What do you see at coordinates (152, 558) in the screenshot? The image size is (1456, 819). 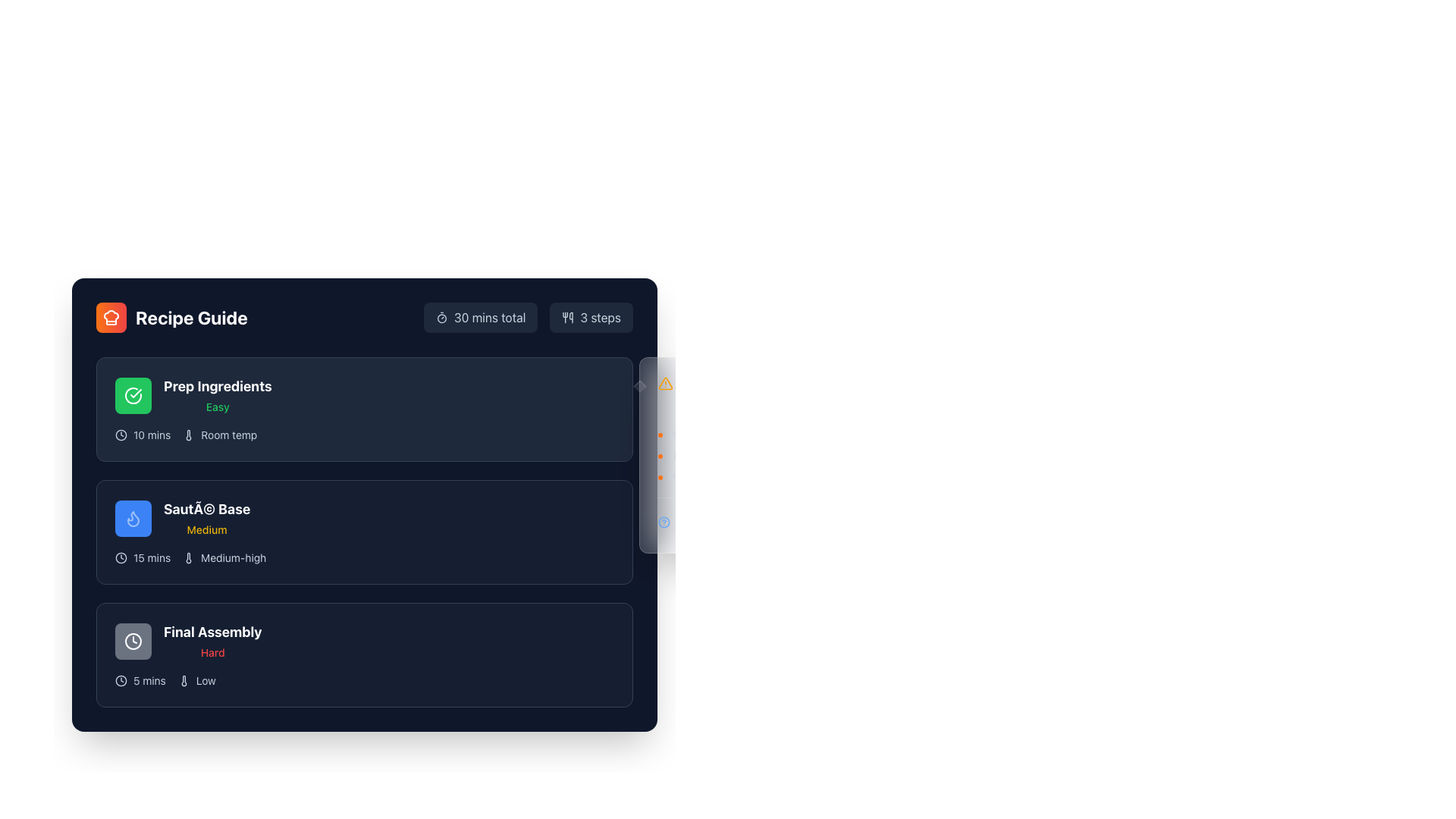 I see `text content of the label displaying '15 mins' in white color, located in the 'Sauté Base' section of the recipe guide layout, positioned next to a clock icon` at bounding box center [152, 558].